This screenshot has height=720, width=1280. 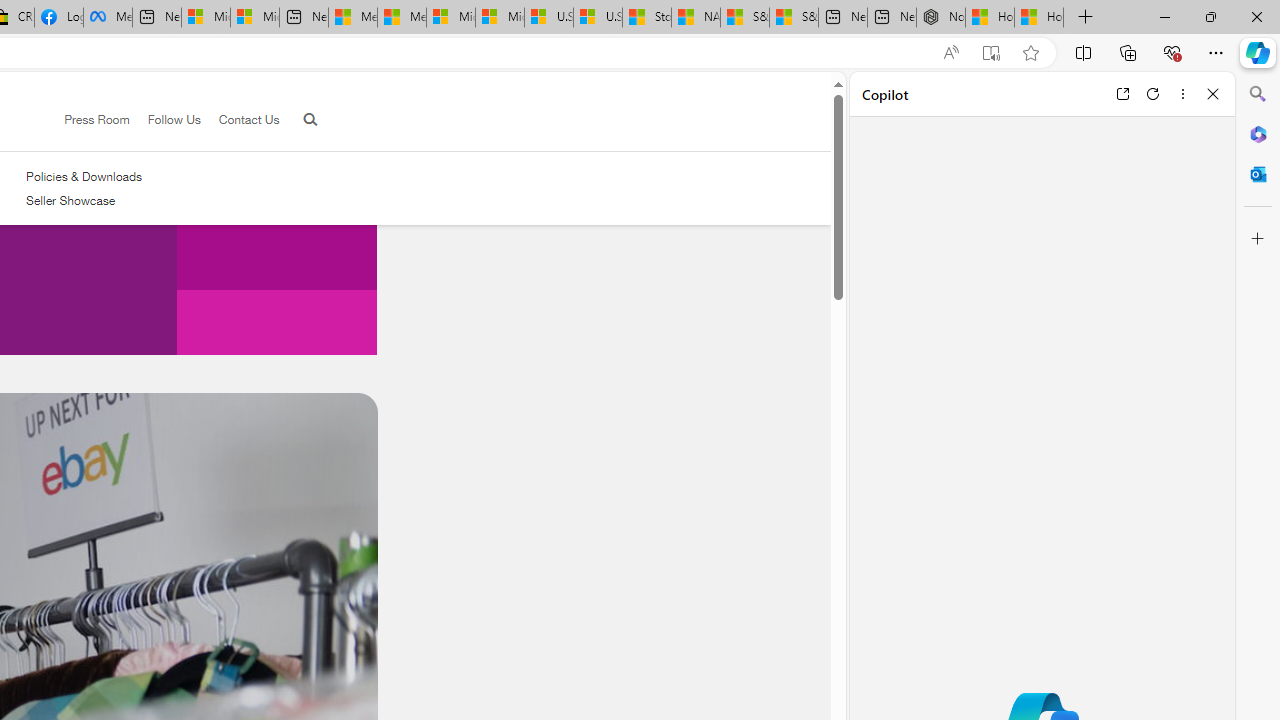 What do you see at coordinates (96, 119) in the screenshot?
I see `'Press Room'` at bounding box center [96, 119].